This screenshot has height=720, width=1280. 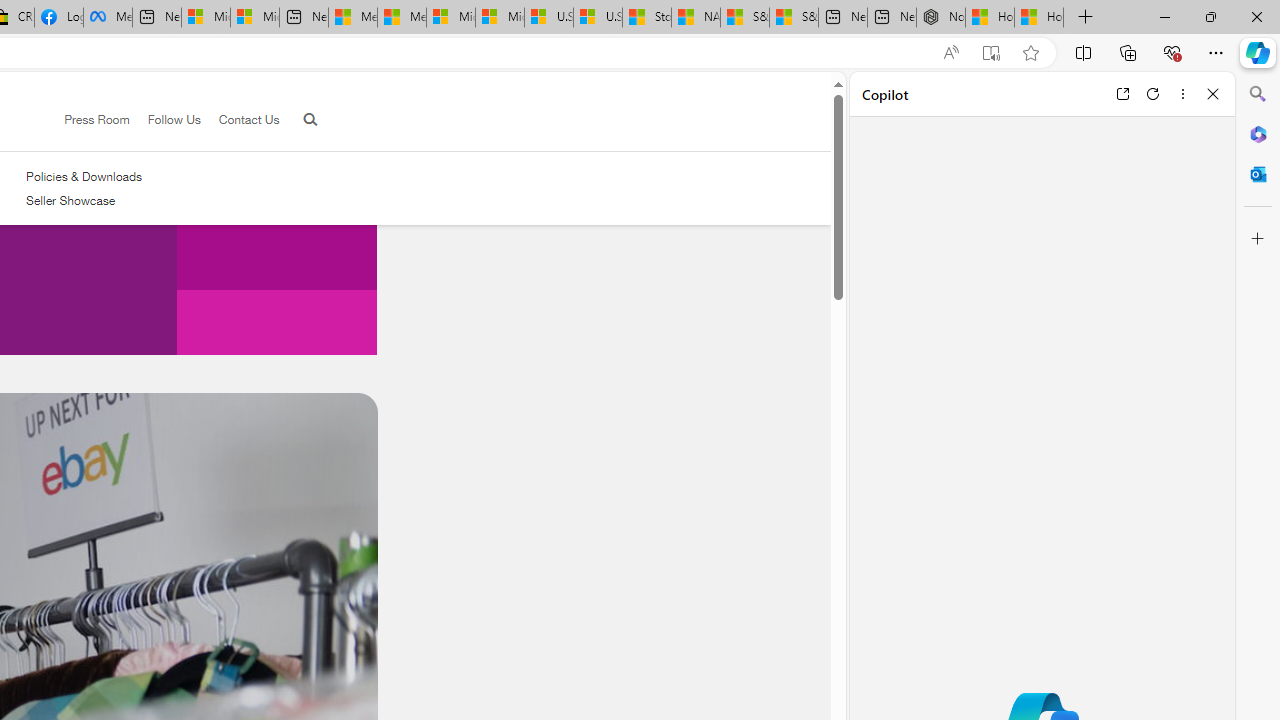 What do you see at coordinates (96, 119) in the screenshot?
I see `'Press Room'` at bounding box center [96, 119].